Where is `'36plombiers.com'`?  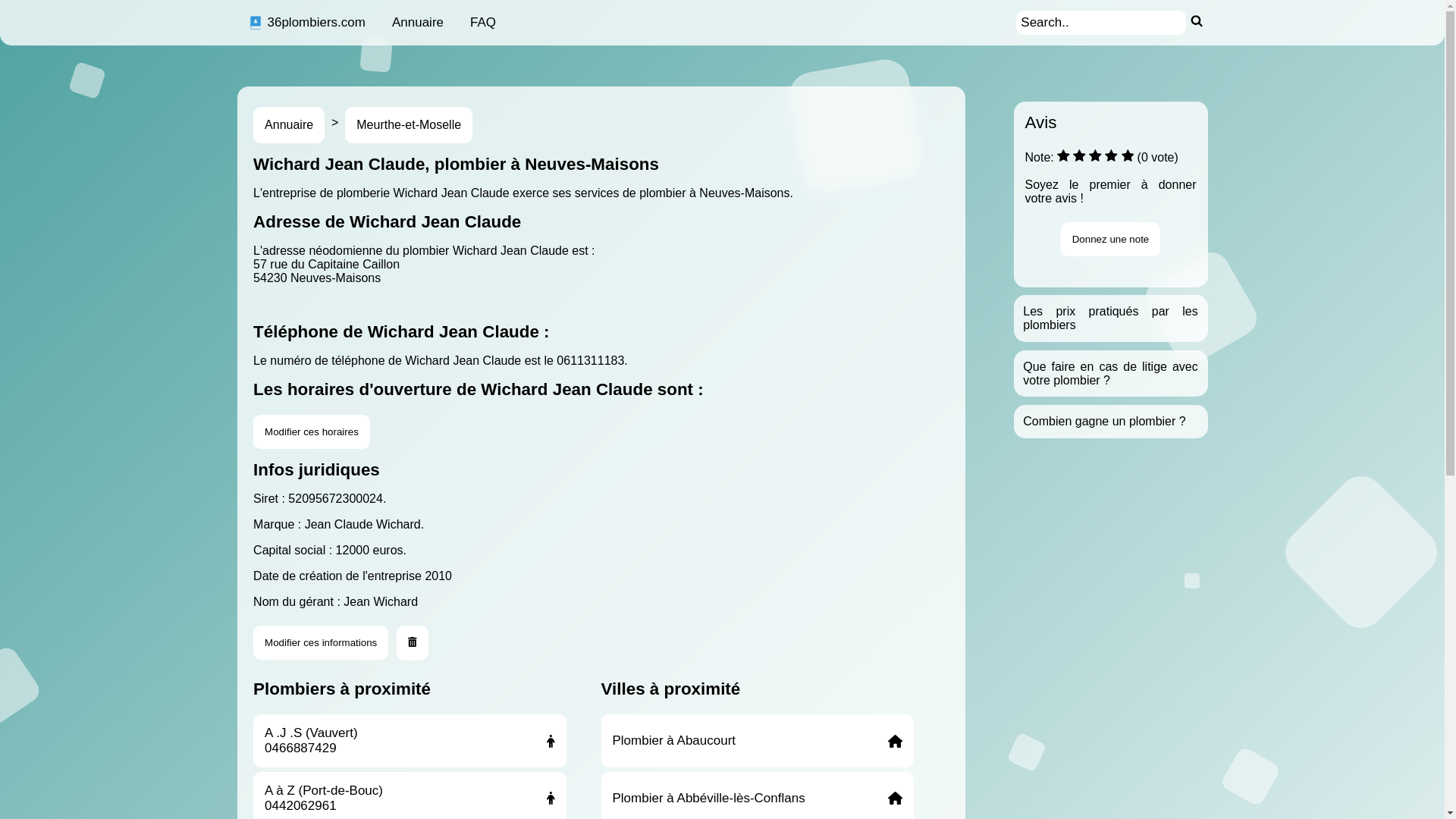
'36plombiers.com' is located at coordinates (305, 23).